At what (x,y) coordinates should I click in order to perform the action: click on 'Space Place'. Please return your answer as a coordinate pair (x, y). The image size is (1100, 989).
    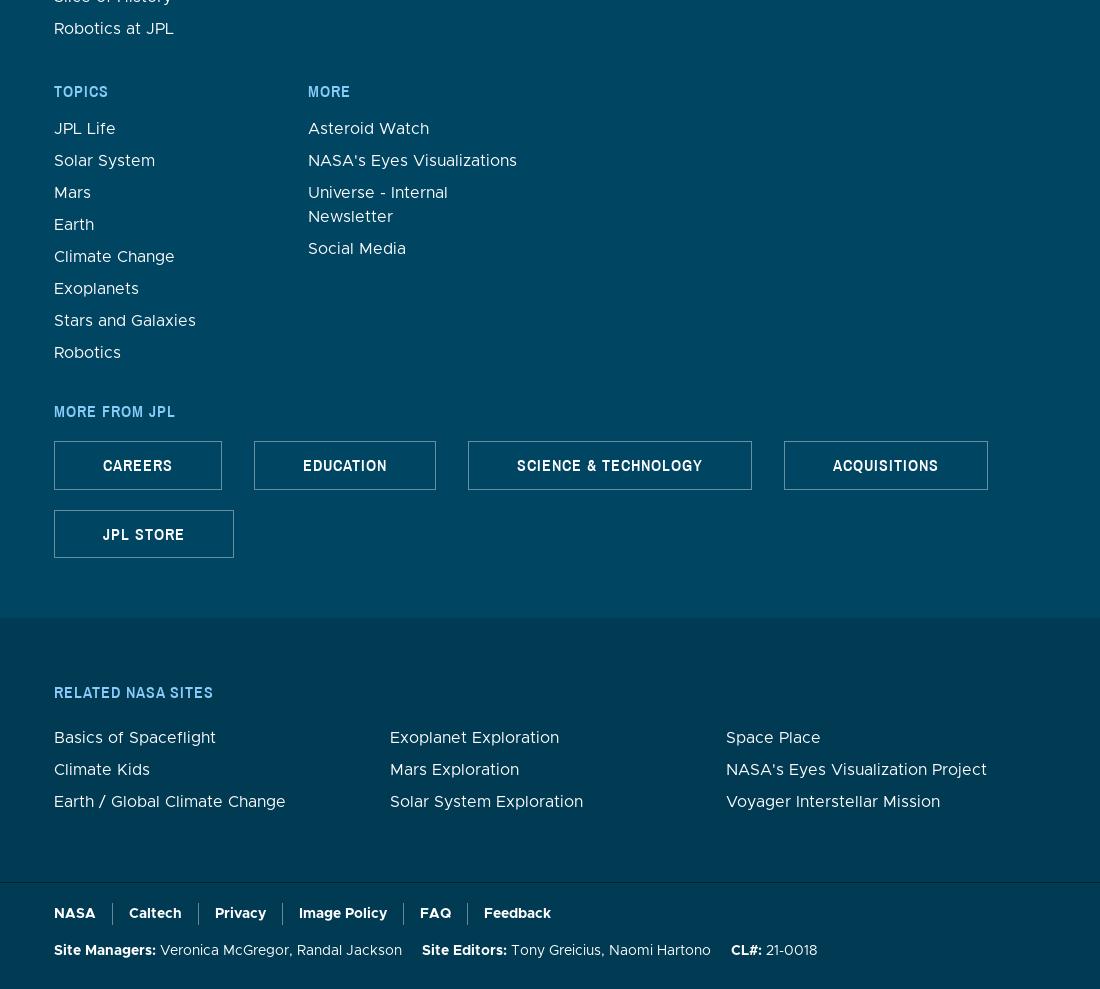
    Looking at the image, I should click on (725, 737).